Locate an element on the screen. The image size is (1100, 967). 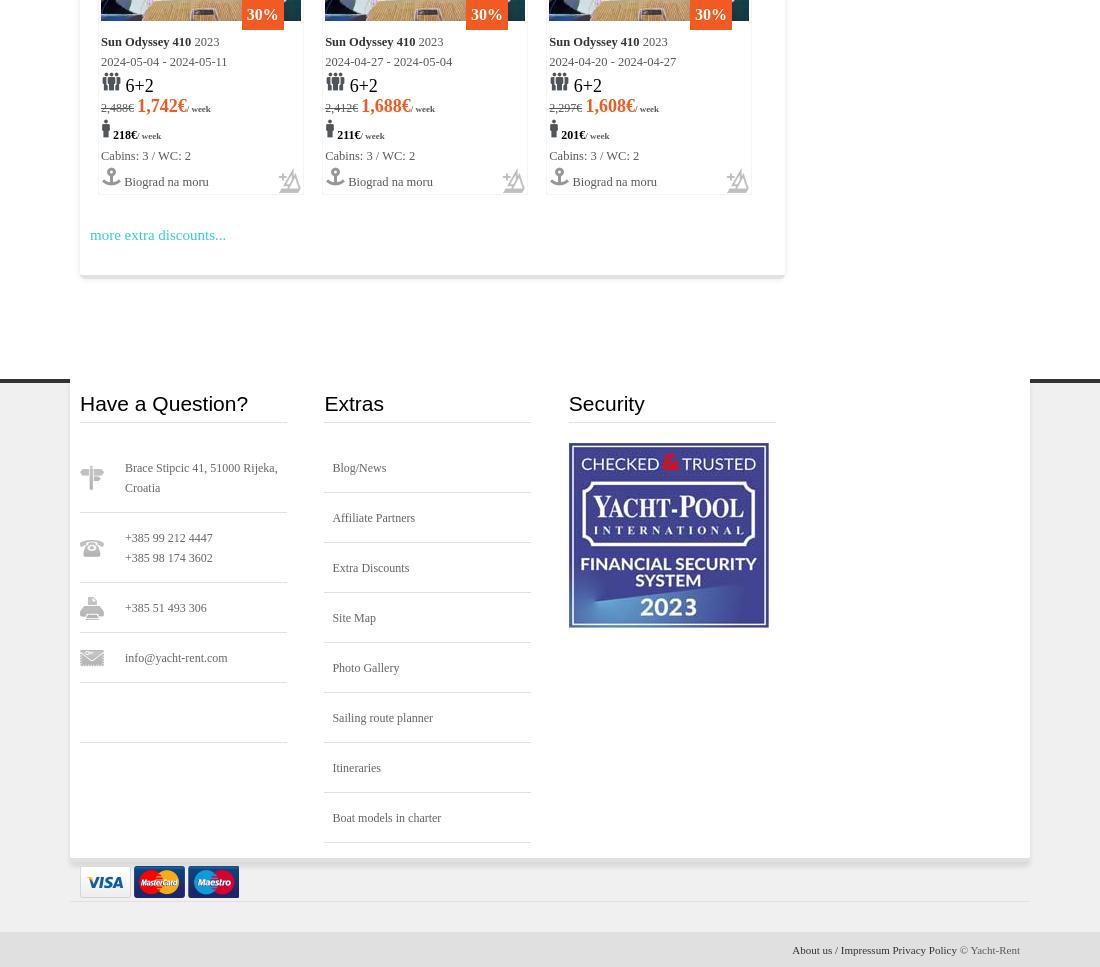
'info@yacht-rent.com' is located at coordinates (175, 657).